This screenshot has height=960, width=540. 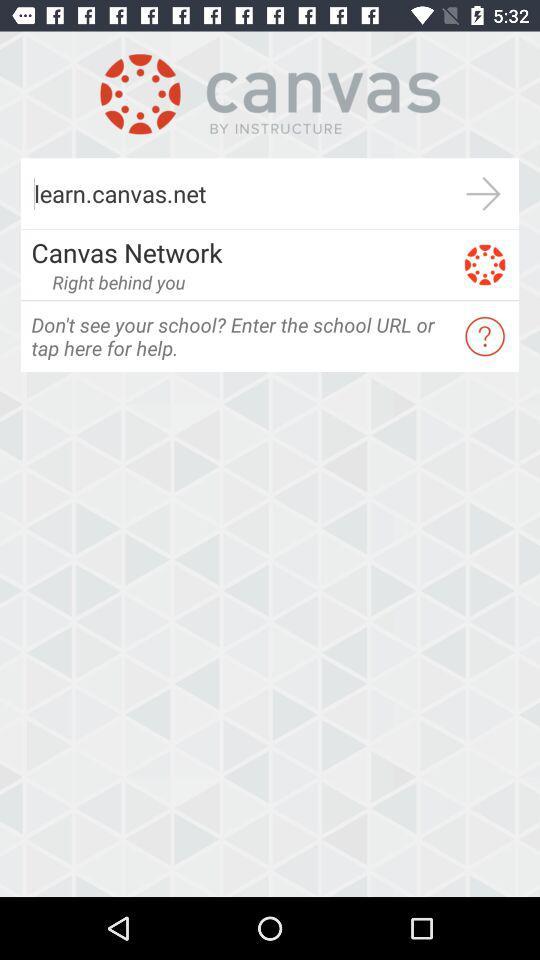 I want to click on the don t see app, so click(x=241, y=336).